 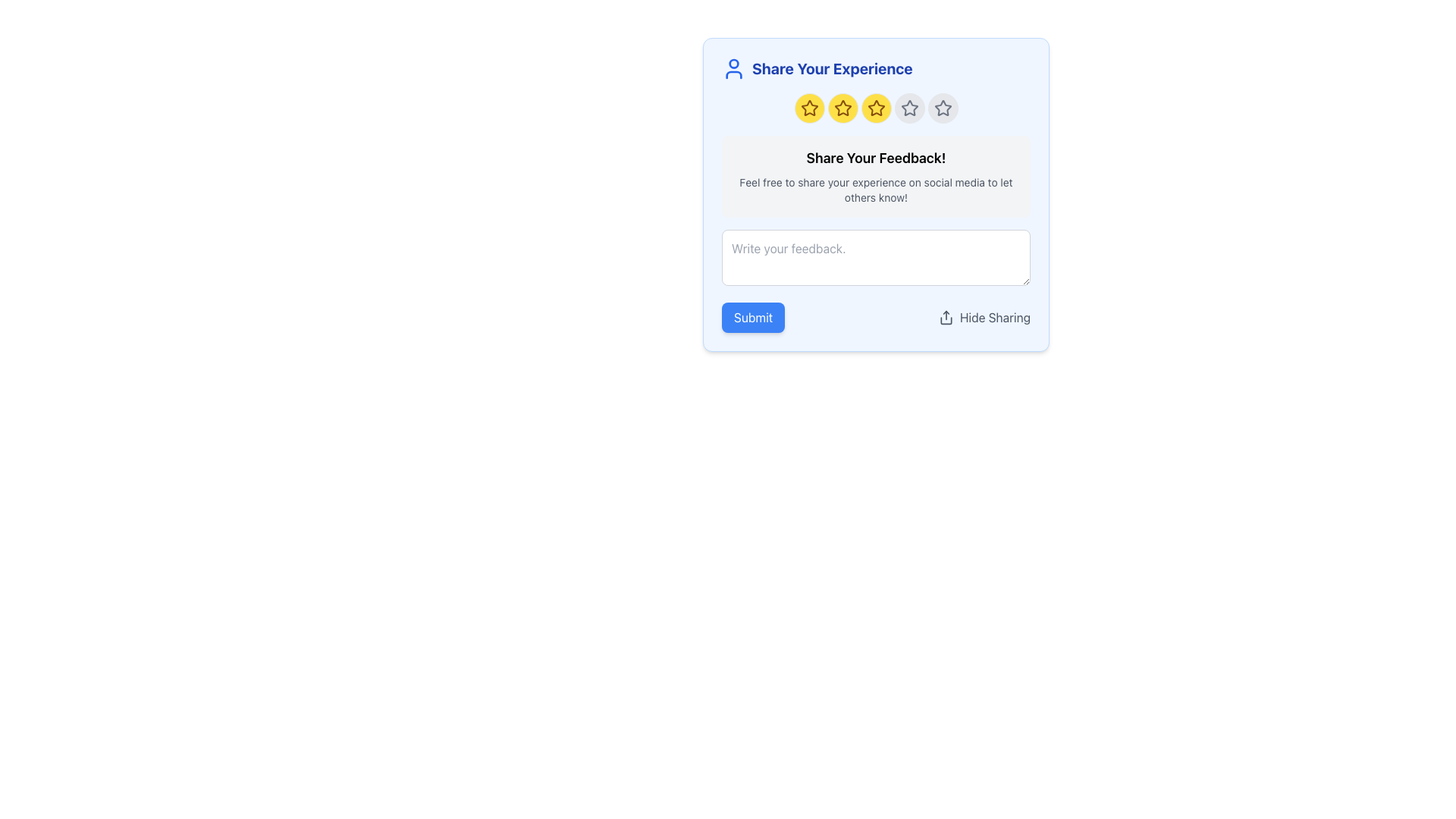 What do you see at coordinates (734, 75) in the screenshot?
I see `the lower portion of the user icon graphic, which is part of the feedback card component, located in the top-left corner` at bounding box center [734, 75].